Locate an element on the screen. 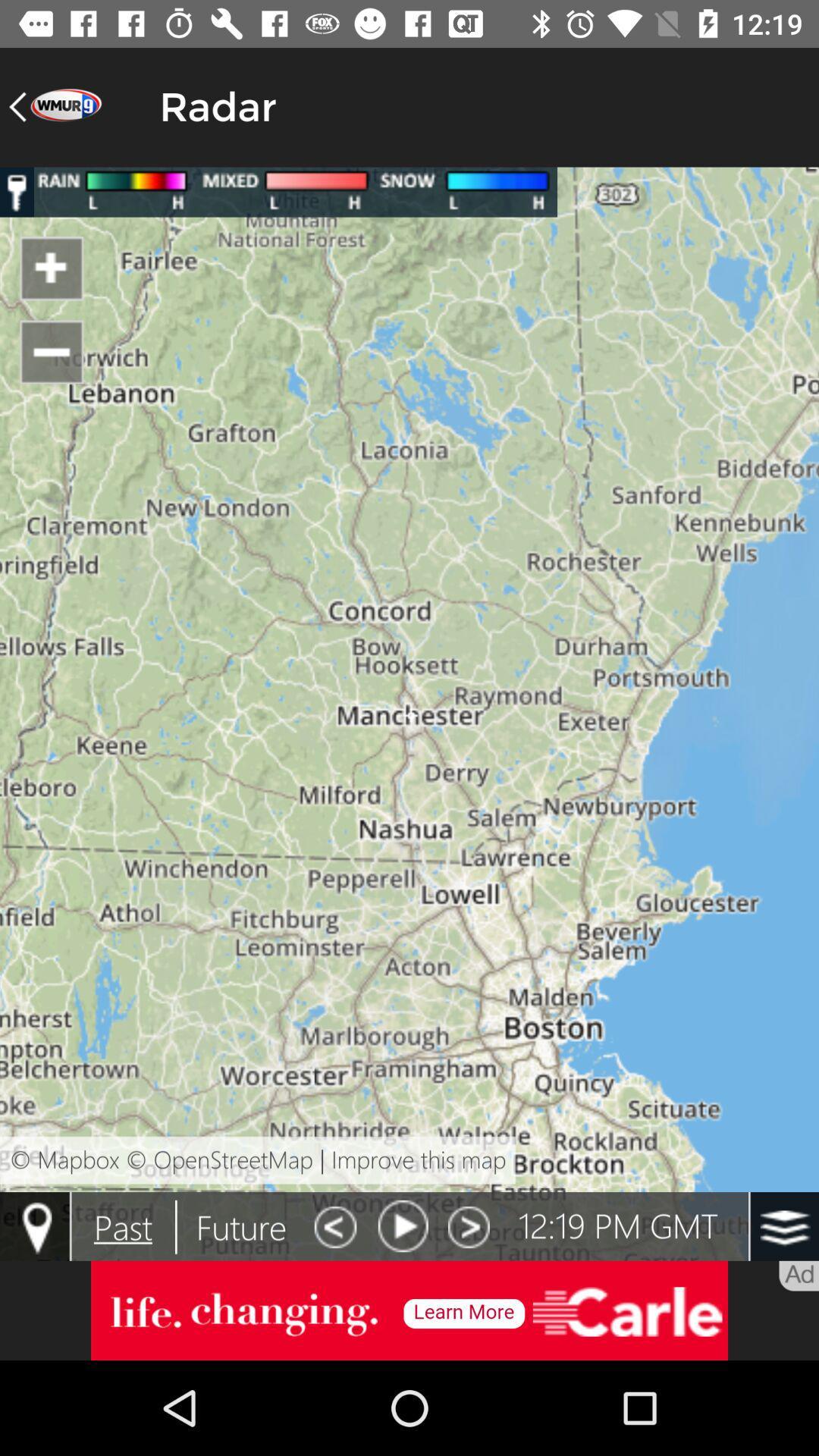 This screenshot has width=819, height=1456. the arrow_backward icon is located at coordinates (55, 106).